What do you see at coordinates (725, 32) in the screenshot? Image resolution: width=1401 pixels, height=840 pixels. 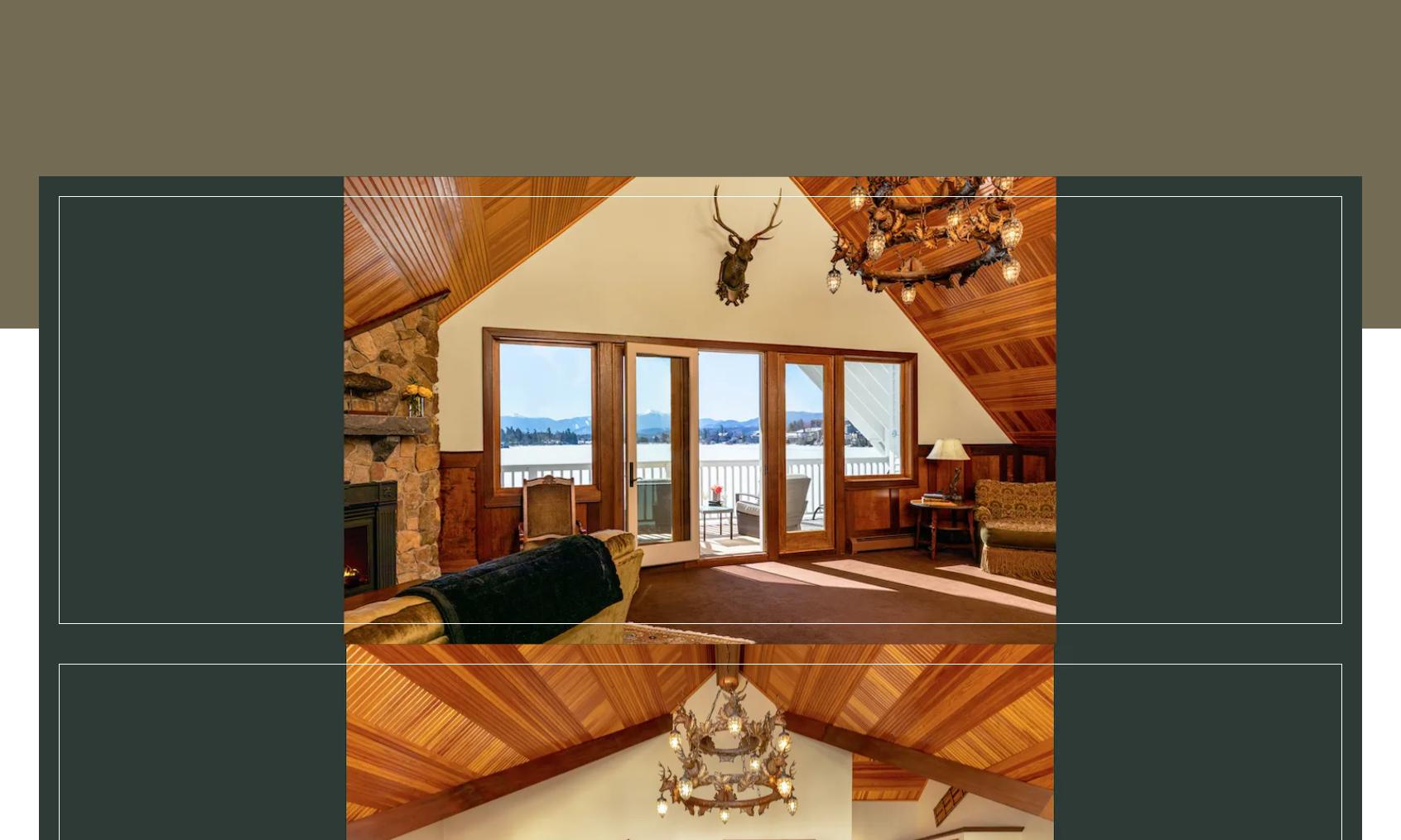 I see `'Experiences'` at bounding box center [725, 32].